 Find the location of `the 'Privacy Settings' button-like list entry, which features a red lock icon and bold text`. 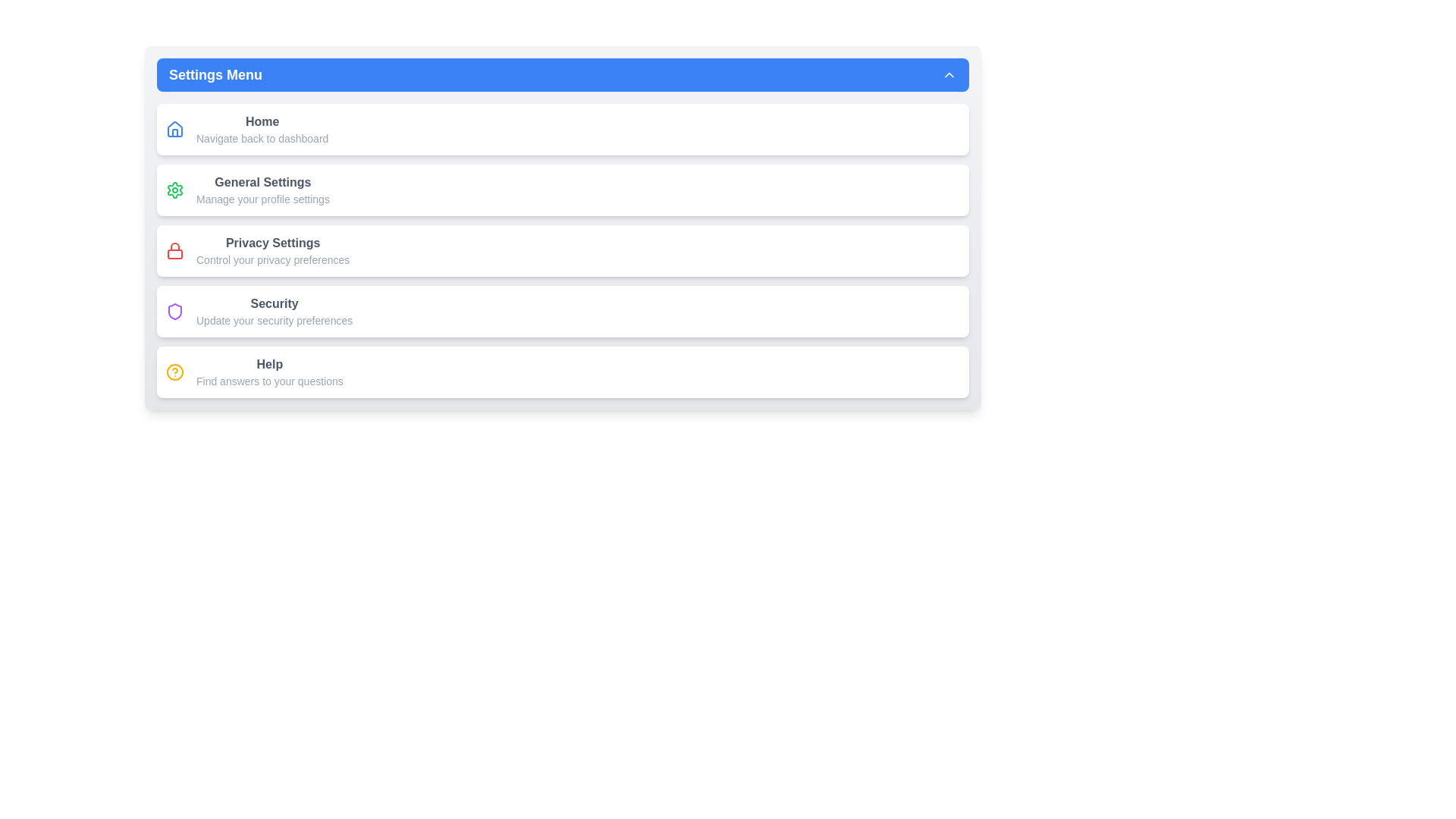

the 'Privacy Settings' button-like list entry, which features a red lock icon and bold text is located at coordinates (562, 250).